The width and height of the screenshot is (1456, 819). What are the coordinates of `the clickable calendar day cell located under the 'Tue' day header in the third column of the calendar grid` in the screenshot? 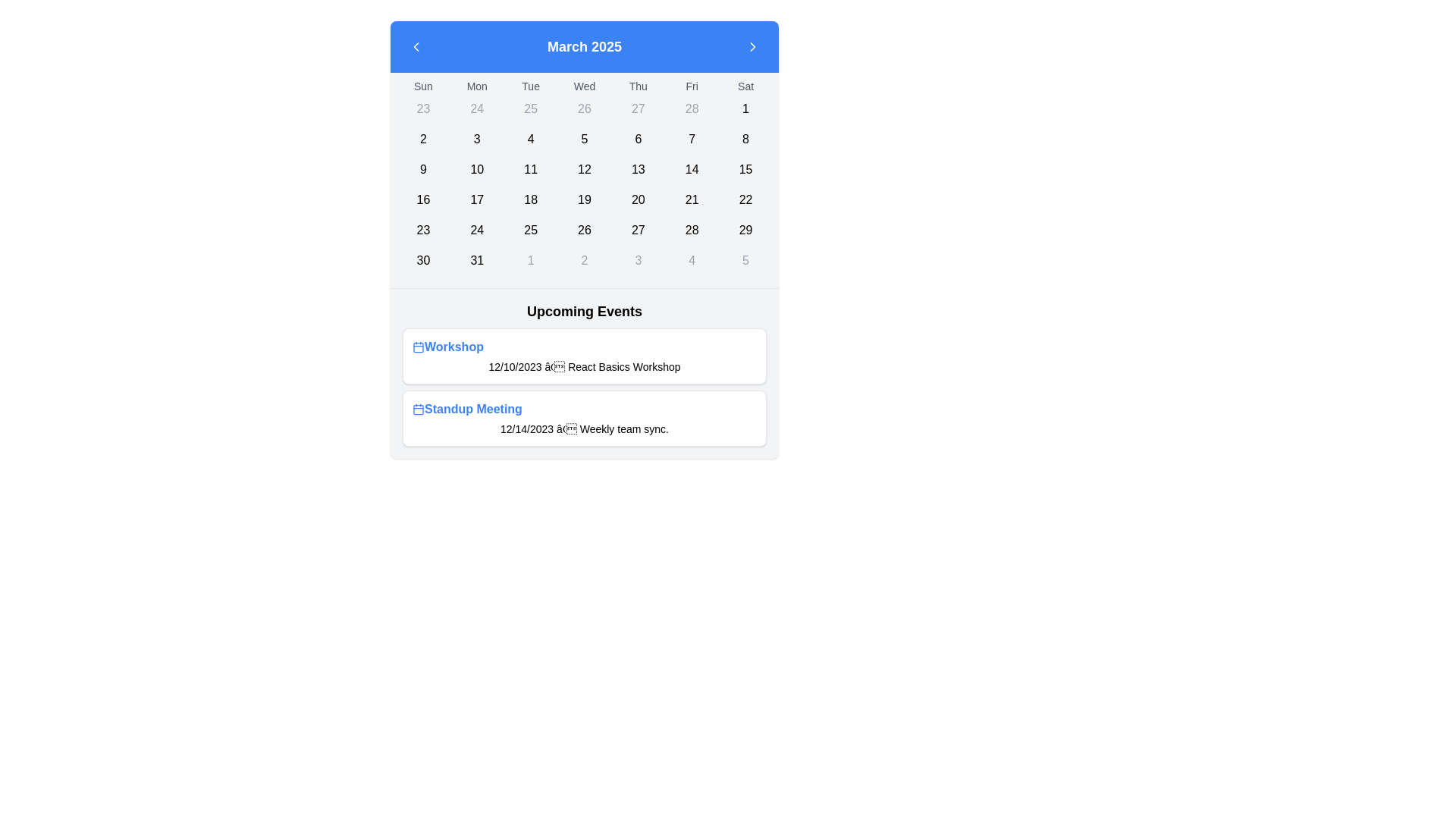 It's located at (531, 108).